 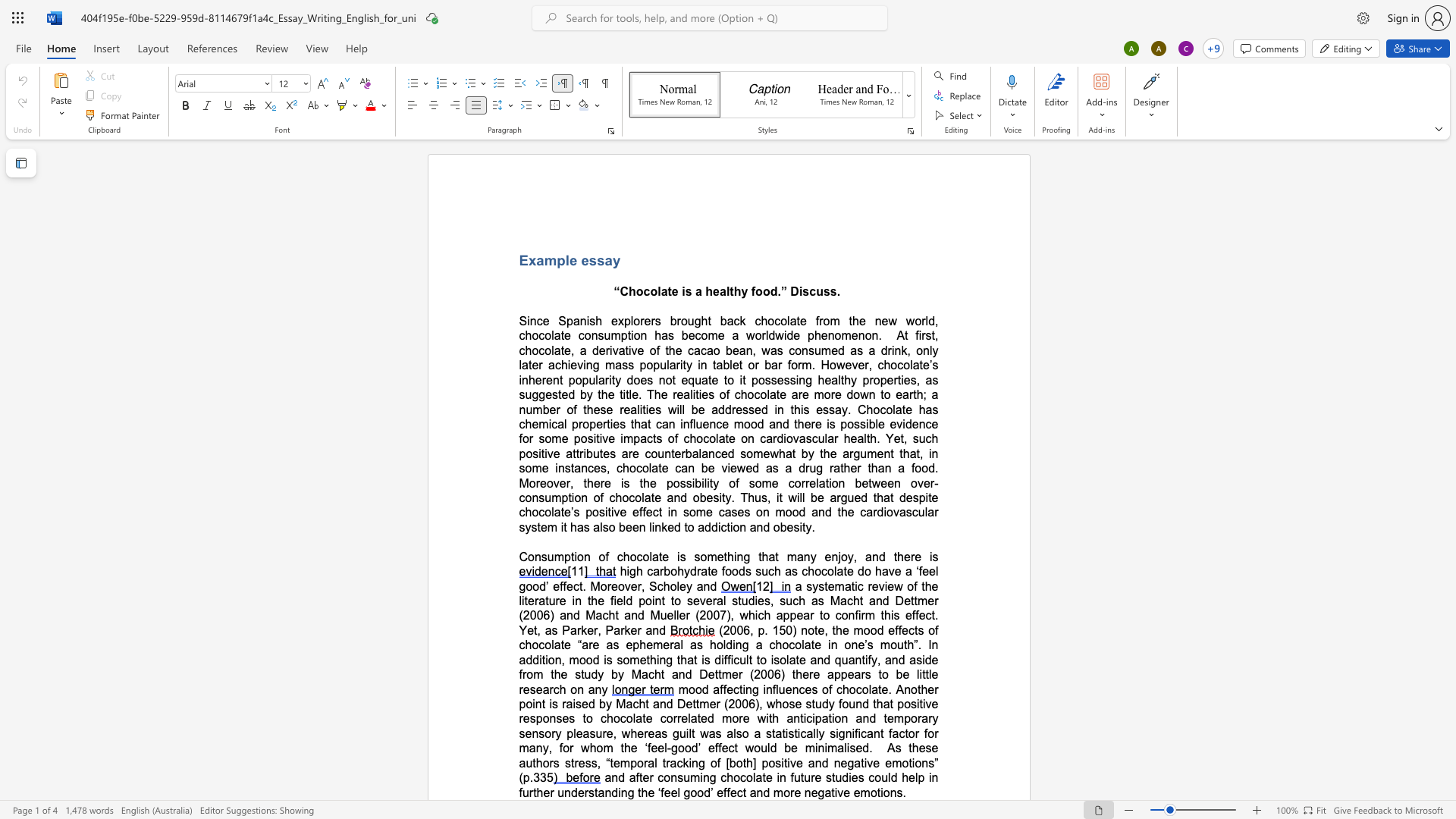 I want to click on the space between the continuous character "a" and "n" in the text, so click(x=702, y=585).